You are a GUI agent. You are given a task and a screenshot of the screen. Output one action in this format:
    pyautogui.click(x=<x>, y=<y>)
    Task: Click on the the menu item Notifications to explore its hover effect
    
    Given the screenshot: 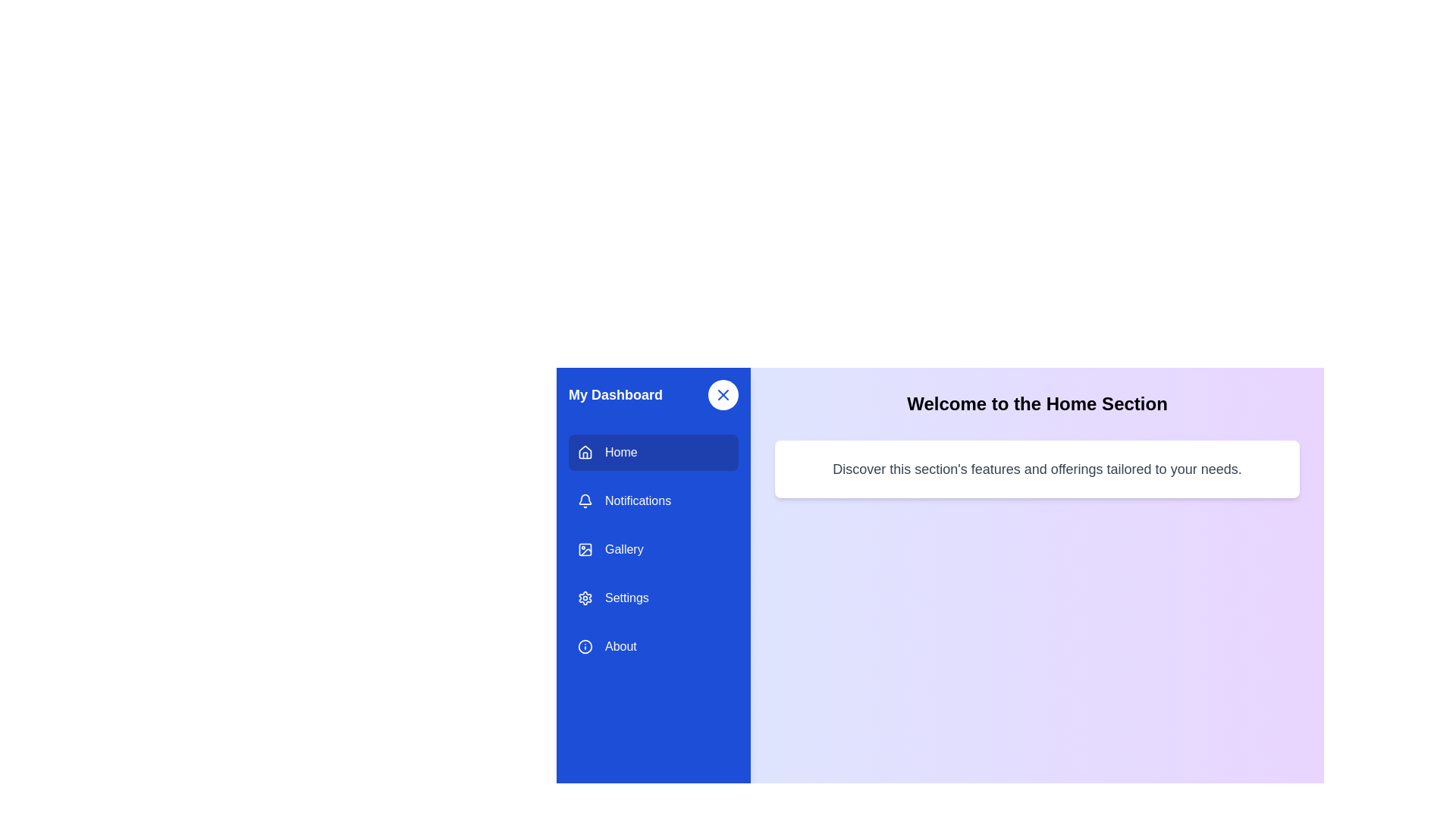 What is the action you would take?
    pyautogui.click(x=654, y=500)
    